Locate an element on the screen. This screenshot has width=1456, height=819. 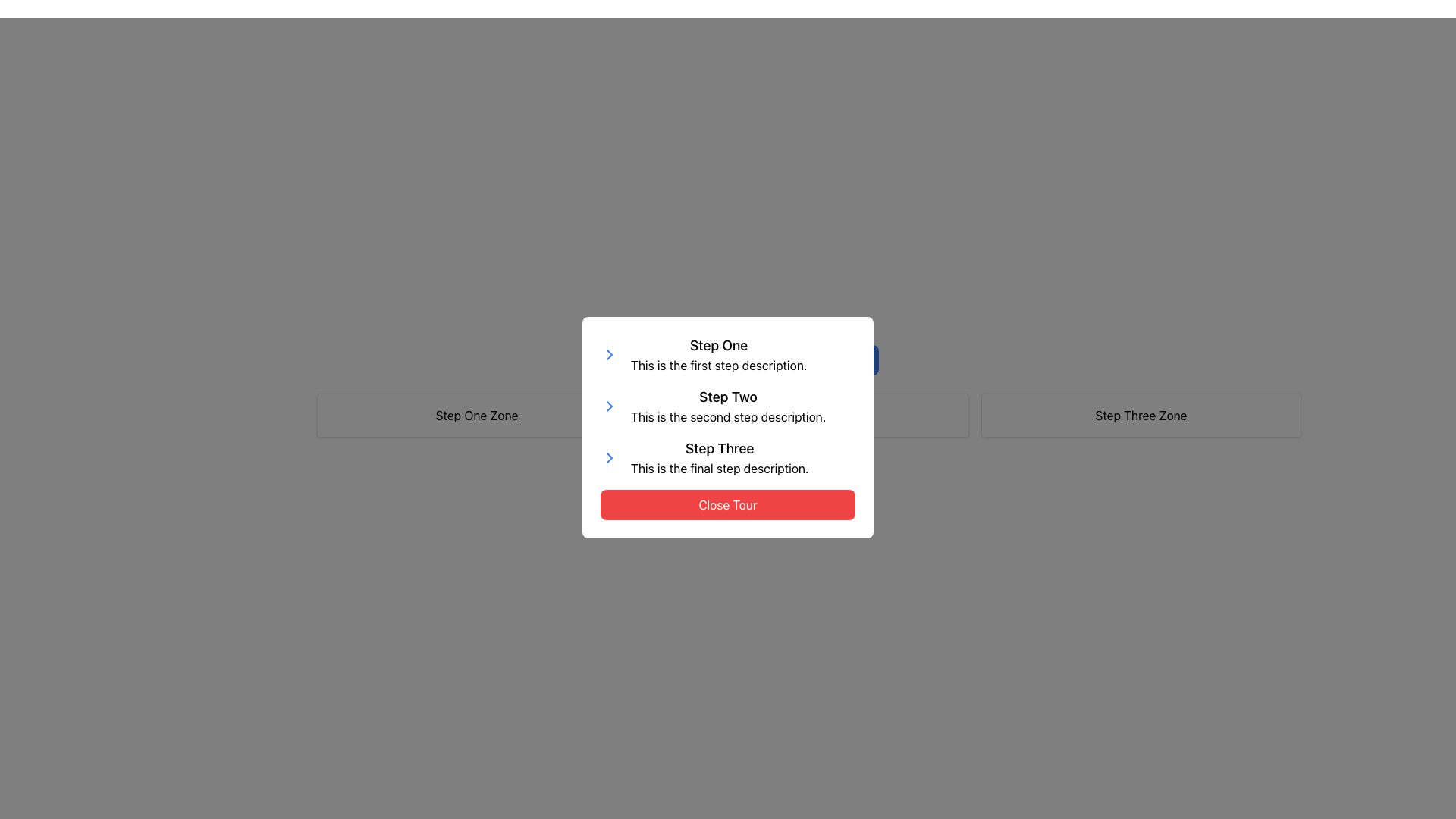
the Text Block that provides the title and description for the first step of a guided tutorial, located at the topmost position within a vertical stack of similar components is located at coordinates (718, 354).